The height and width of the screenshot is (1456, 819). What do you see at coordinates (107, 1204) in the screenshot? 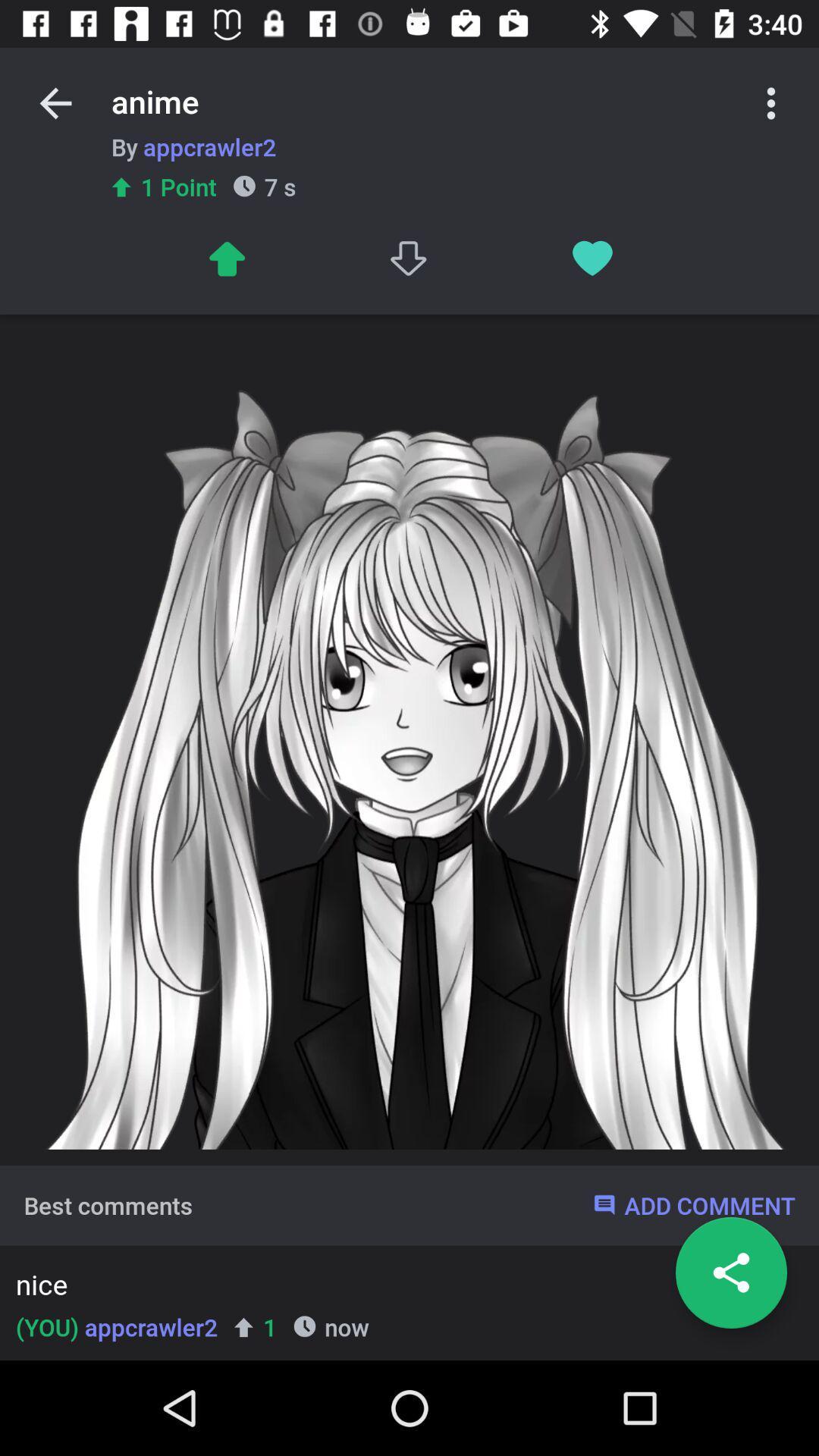
I see `best comments icon` at bounding box center [107, 1204].